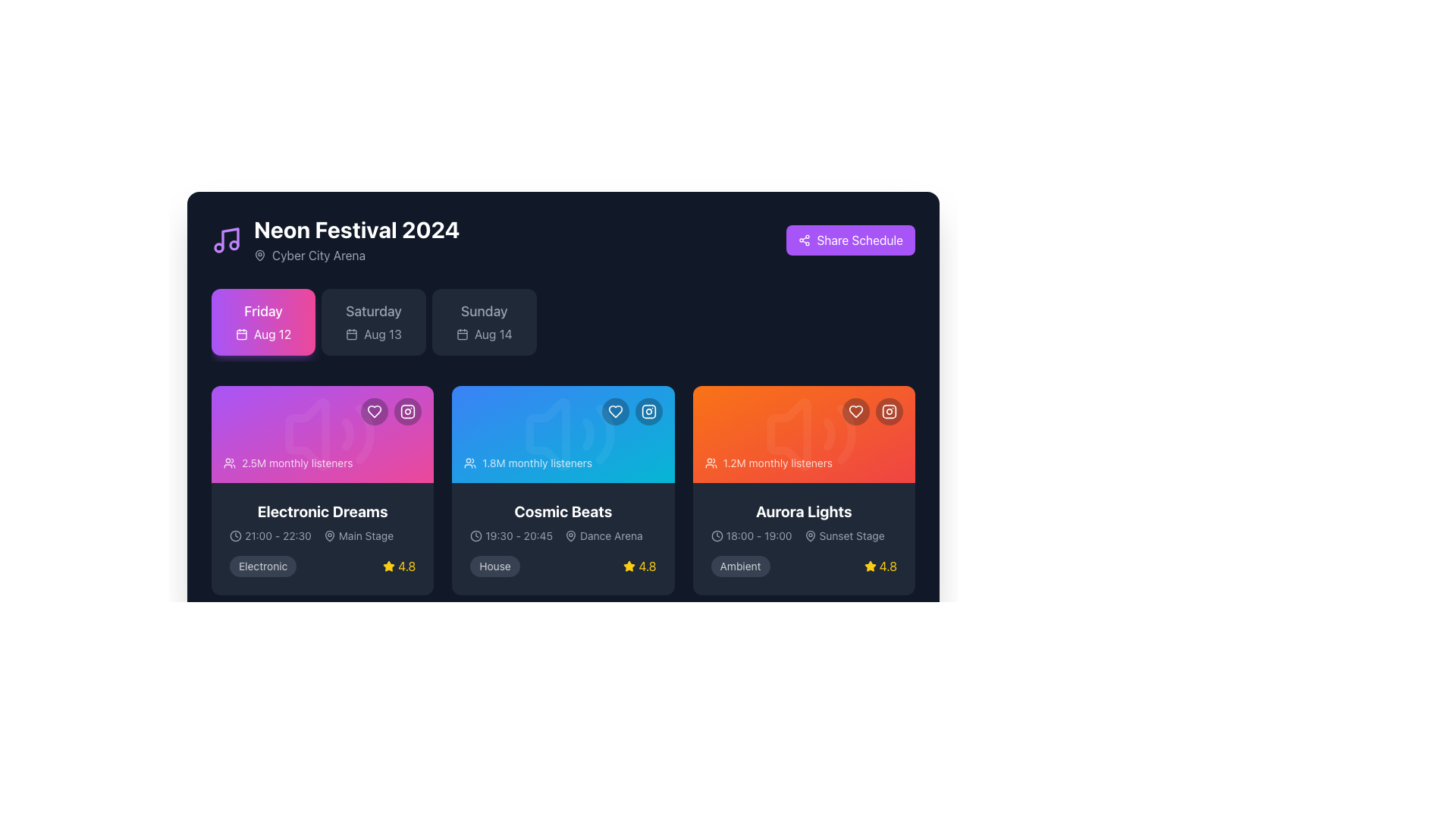 The image size is (1456, 819). Describe the element at coordinates (855, 412) in the screenshot. I see `the heart-shaped favorite button to mark the 'Aurora Lights' event as favored` at that location.